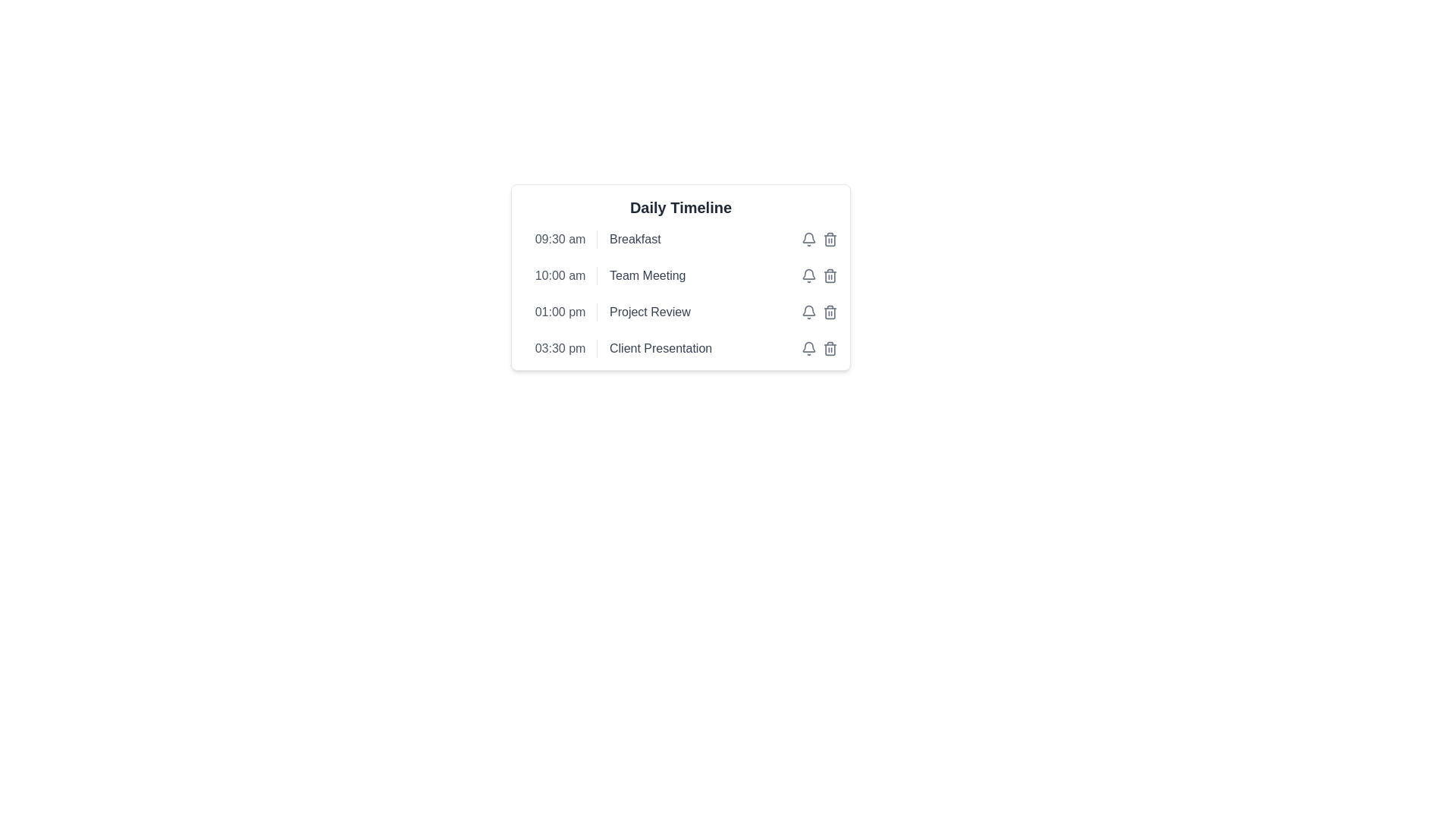 This screenshot has width=1456, height=819. What do you see at coordinates (808, 309) in the screenshot?
I see `the notification icon for the '01:00 pm Project Review' entry in the Daily Timeline component, located to the left of the trash can icon` at bounding box center [808, 309].